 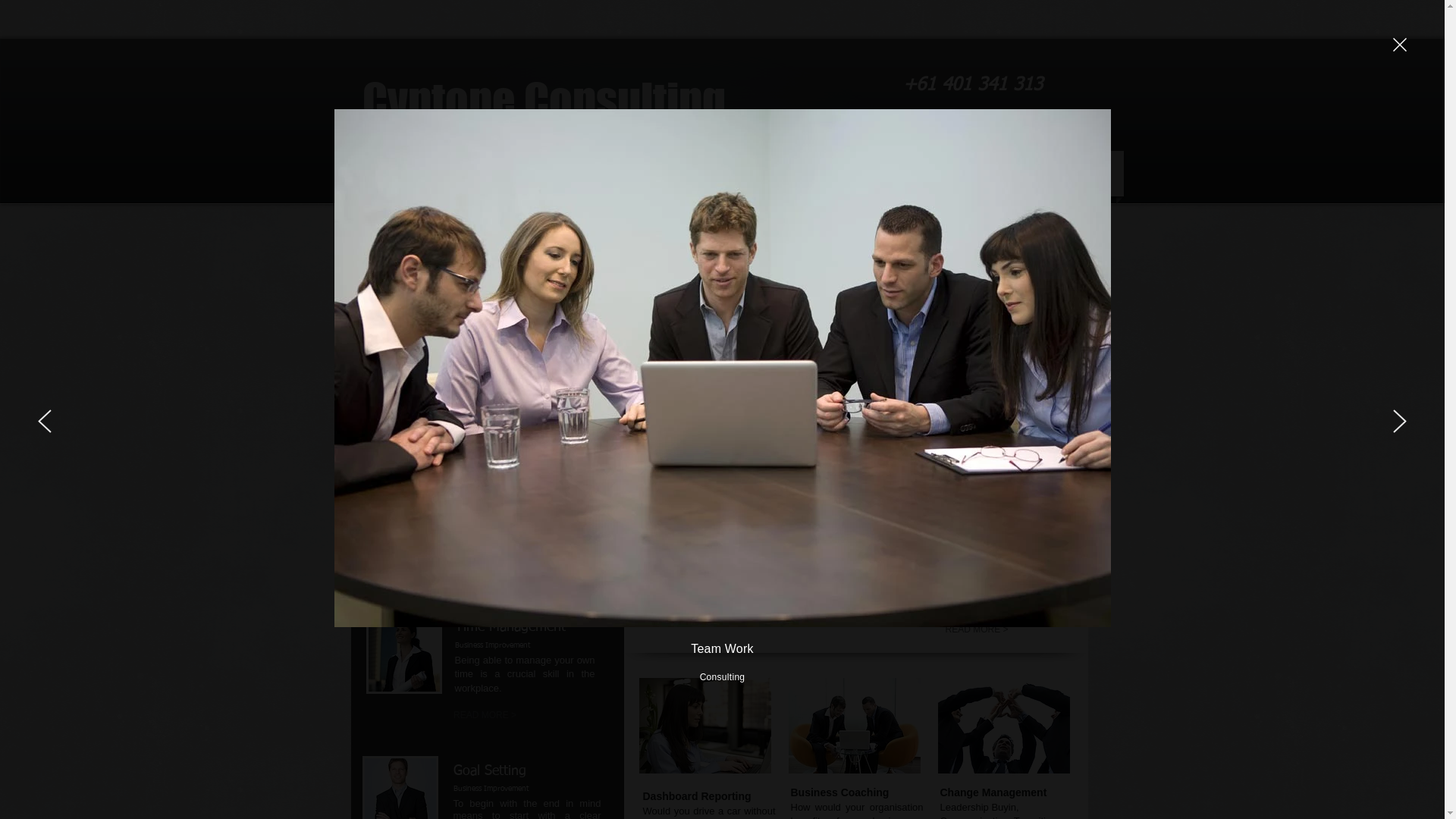 What do you see at coordinates (976, 171) in the screenshot?
I see `'Cyntone Blog'` at bounding box center [976, 171].